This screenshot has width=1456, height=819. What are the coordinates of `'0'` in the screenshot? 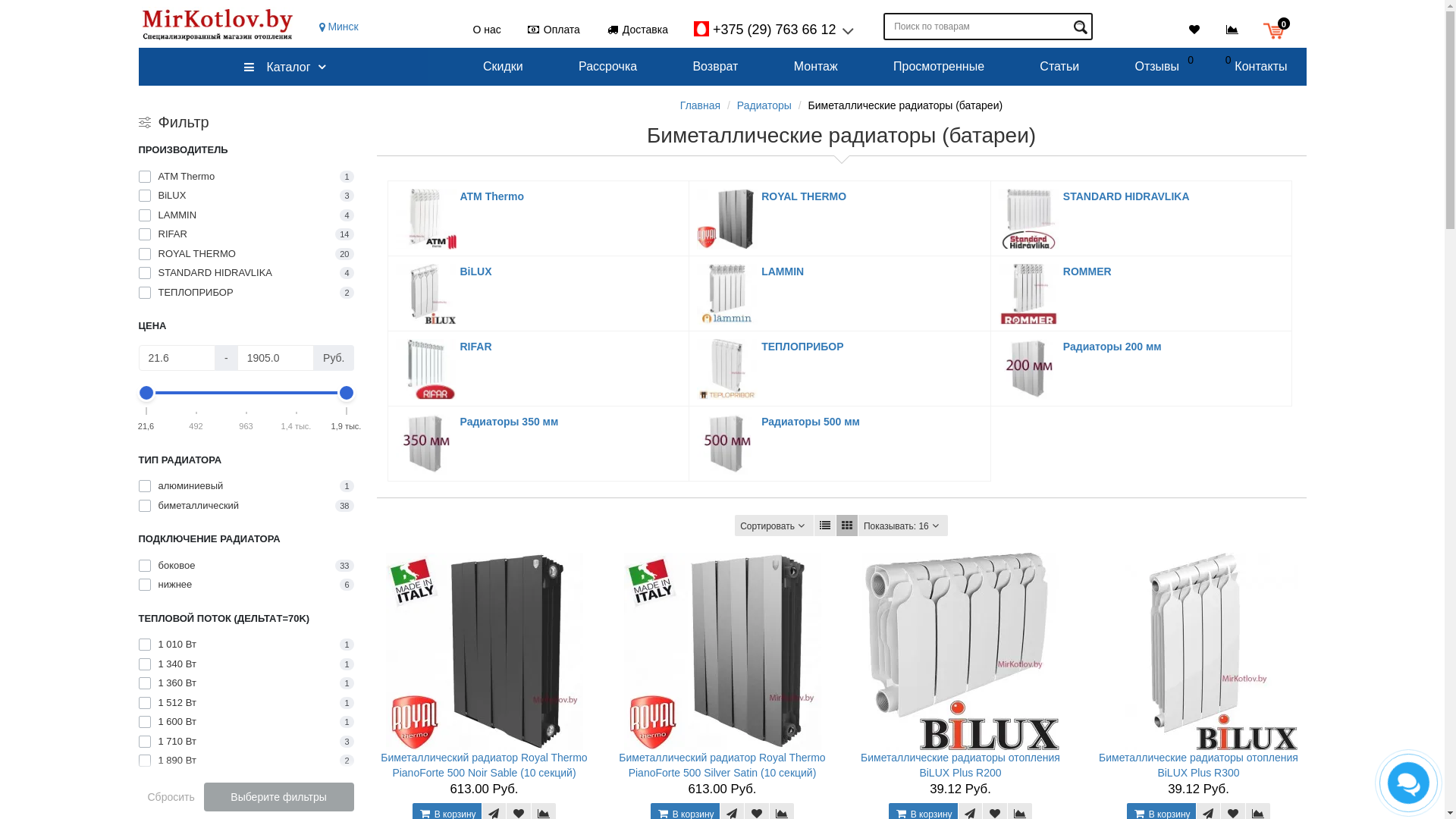 It's located at (1276, 29).